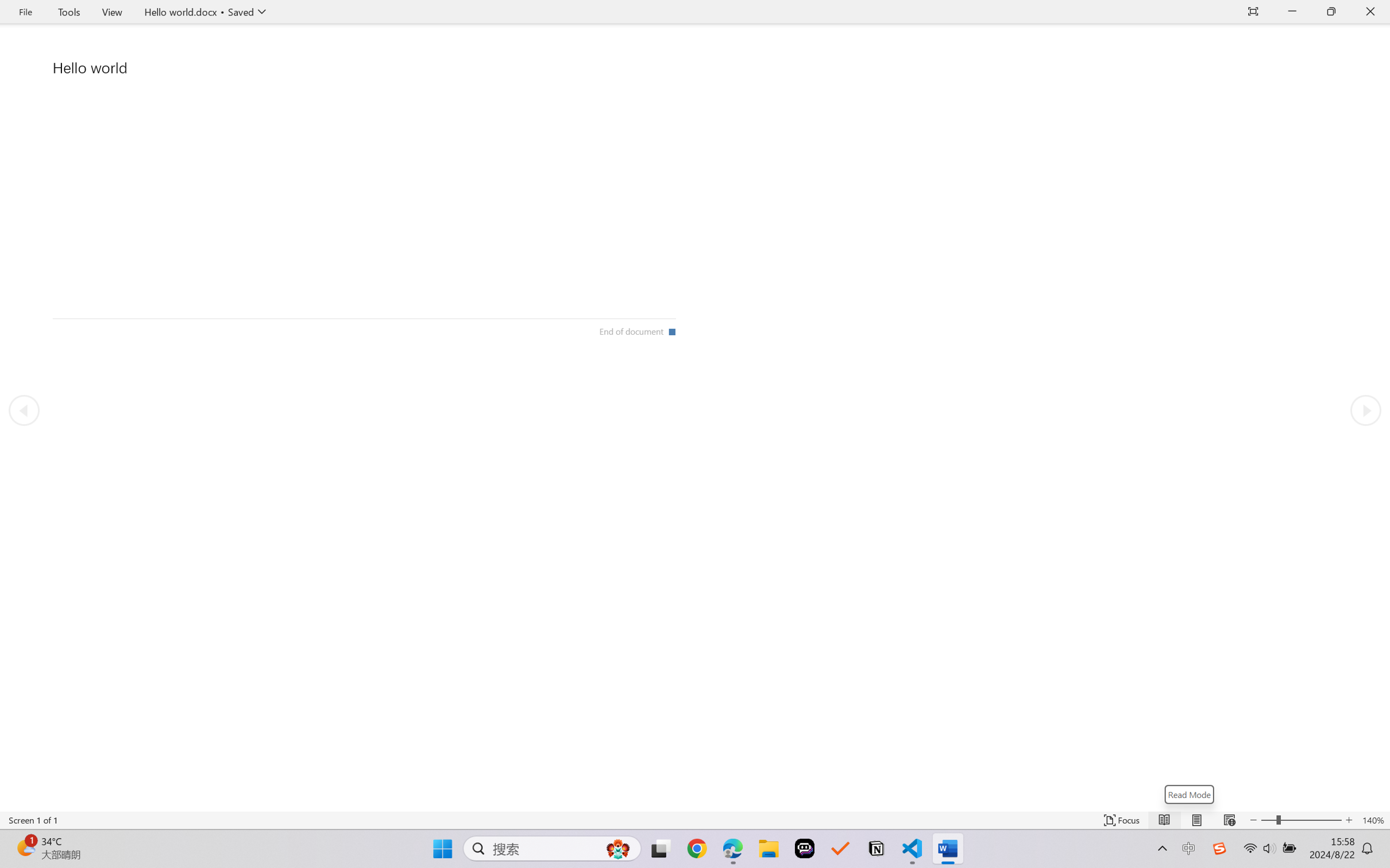 Image resolution: width=1390 pixels, height=868 pixels. I want to click on 'Restore Down', so click(1331, 11).